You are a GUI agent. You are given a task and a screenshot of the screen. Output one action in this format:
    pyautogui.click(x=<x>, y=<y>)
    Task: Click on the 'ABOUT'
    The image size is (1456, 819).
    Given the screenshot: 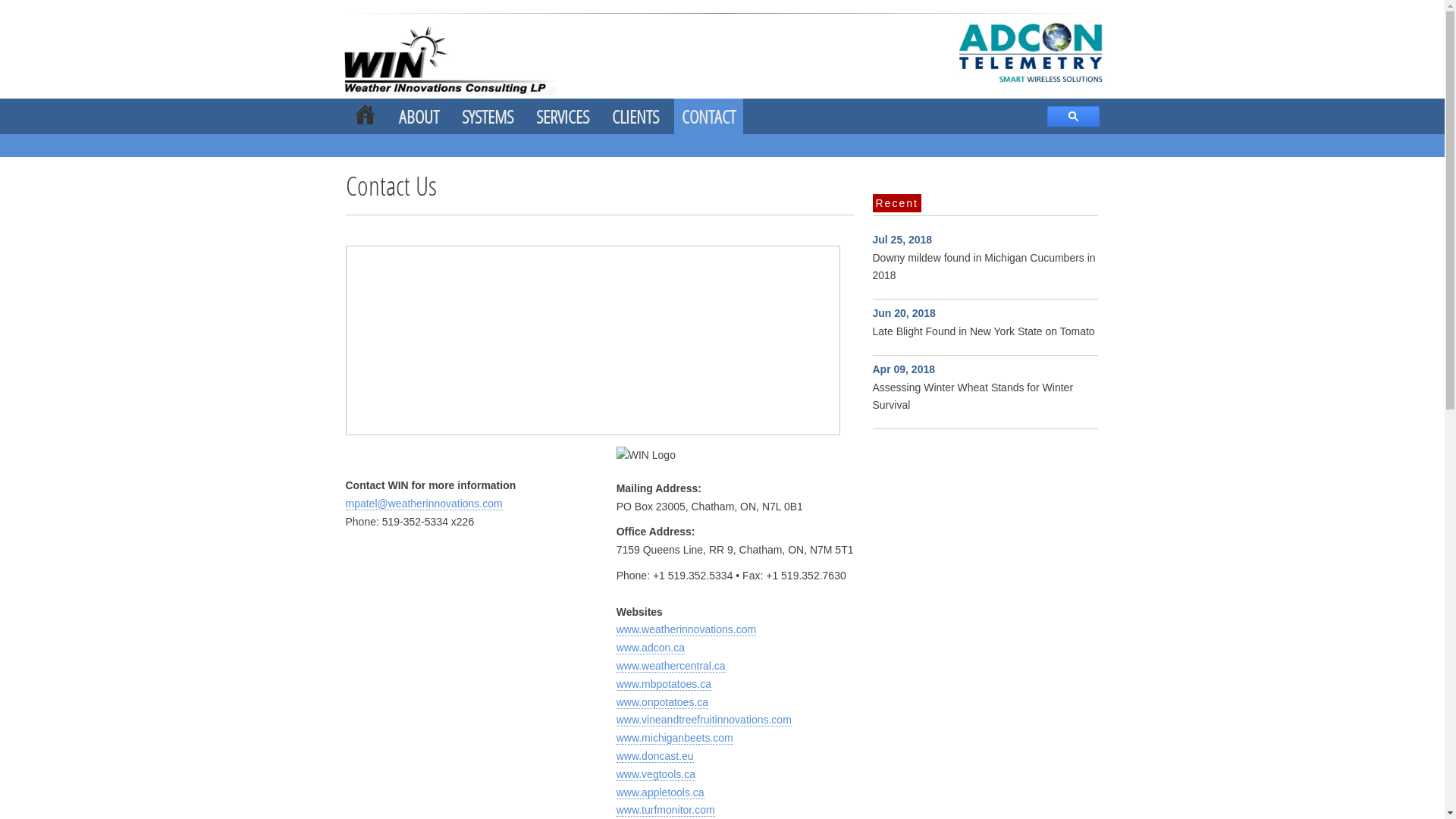 What is the action you would take?
    pyautogui.click(x=419, y=115)
    